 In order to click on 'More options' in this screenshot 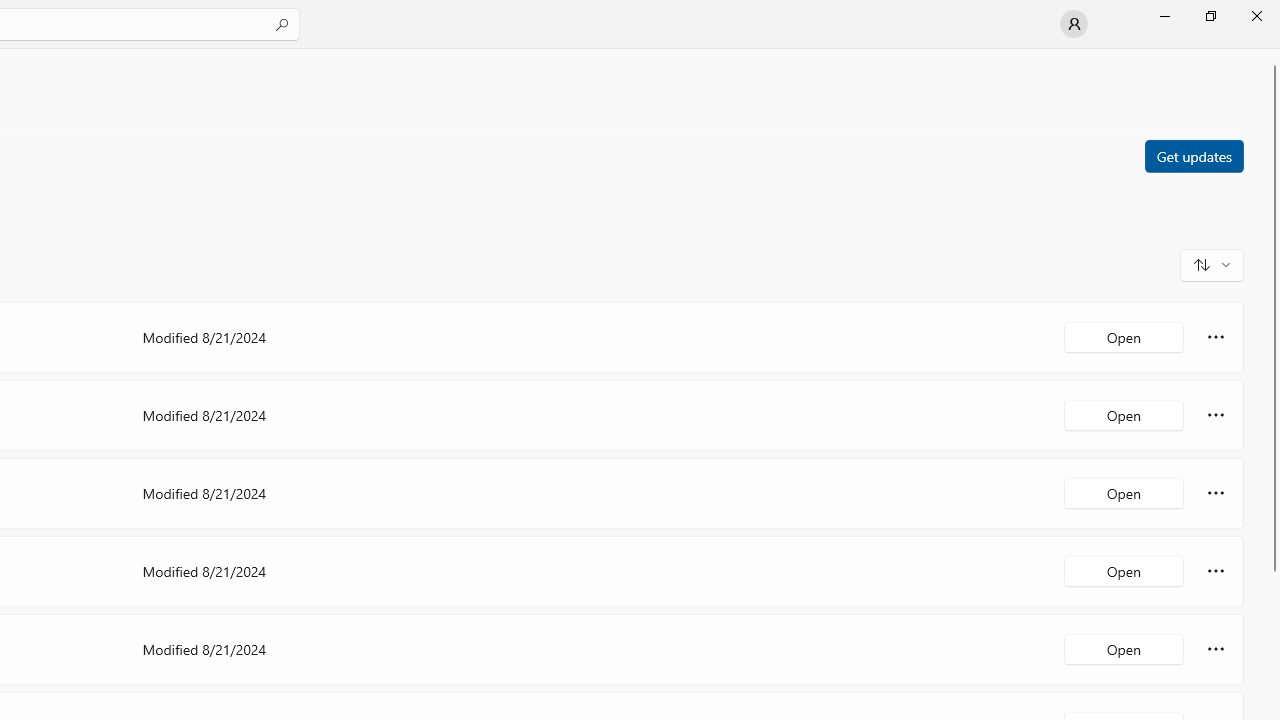, I will do `click(1215, 649)`.